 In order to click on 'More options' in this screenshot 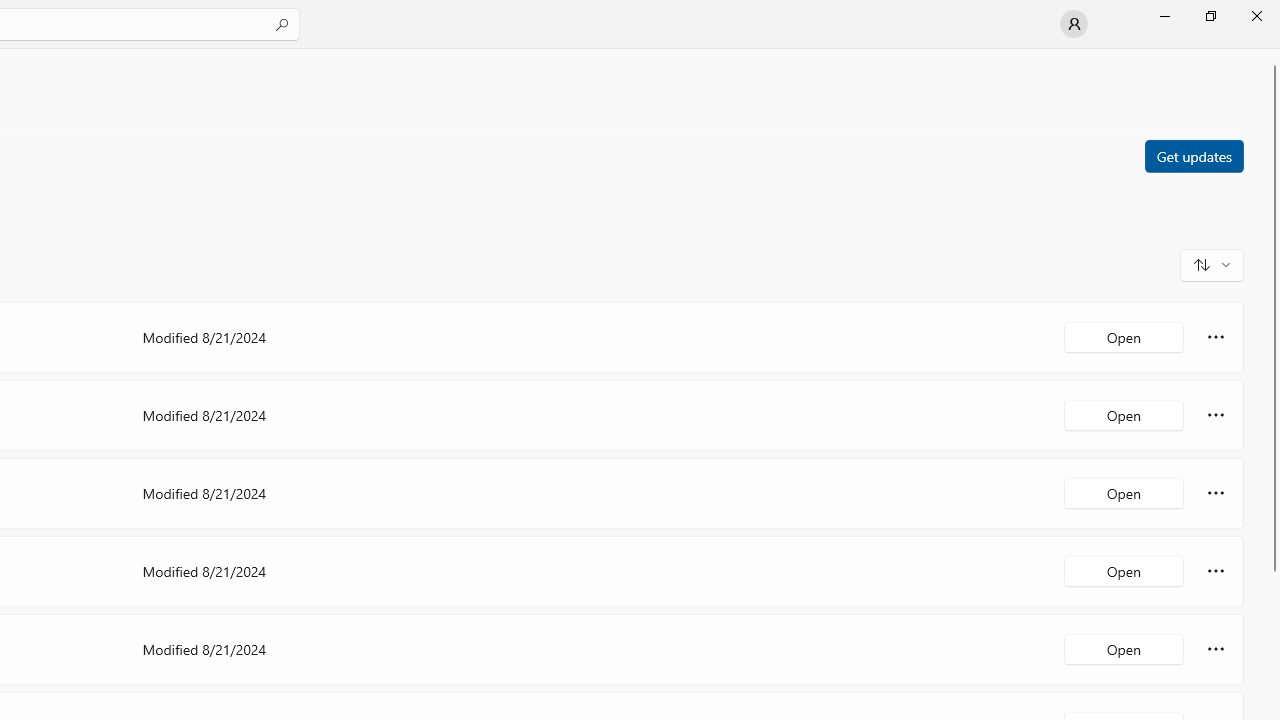, I will do `click(1215, 649)`.